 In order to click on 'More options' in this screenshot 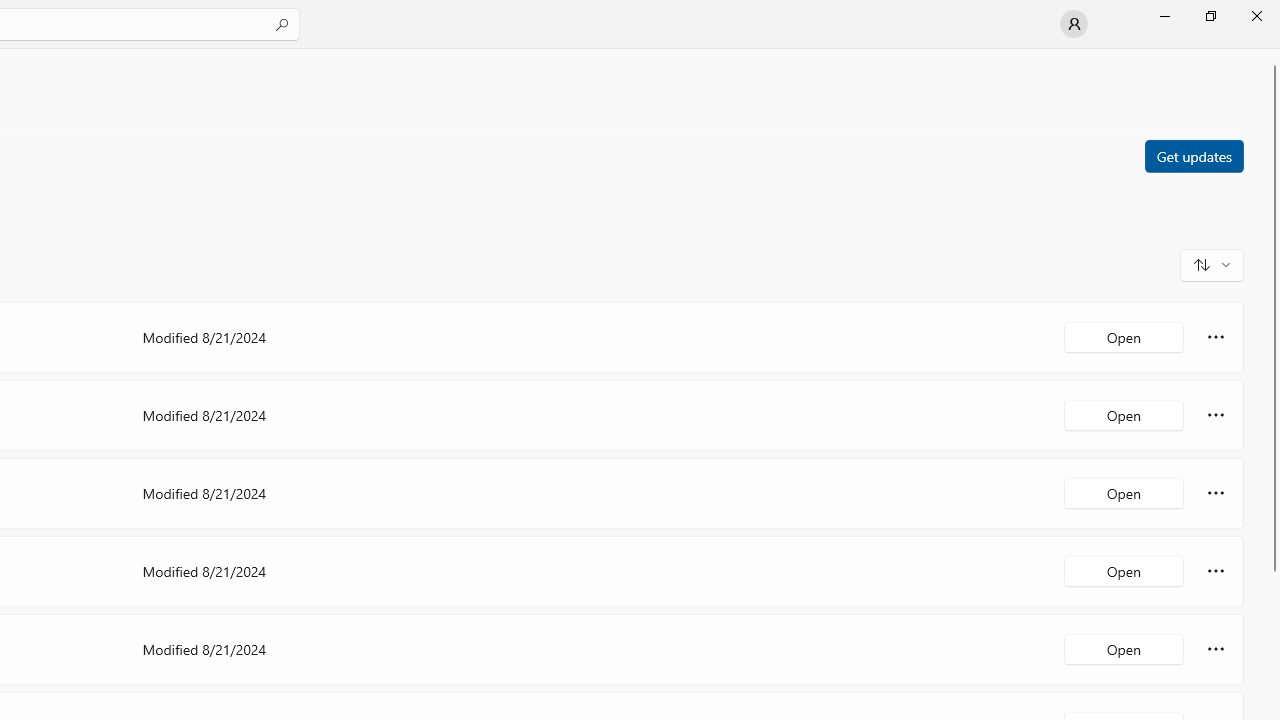, I will do `click(1215, 649)`.